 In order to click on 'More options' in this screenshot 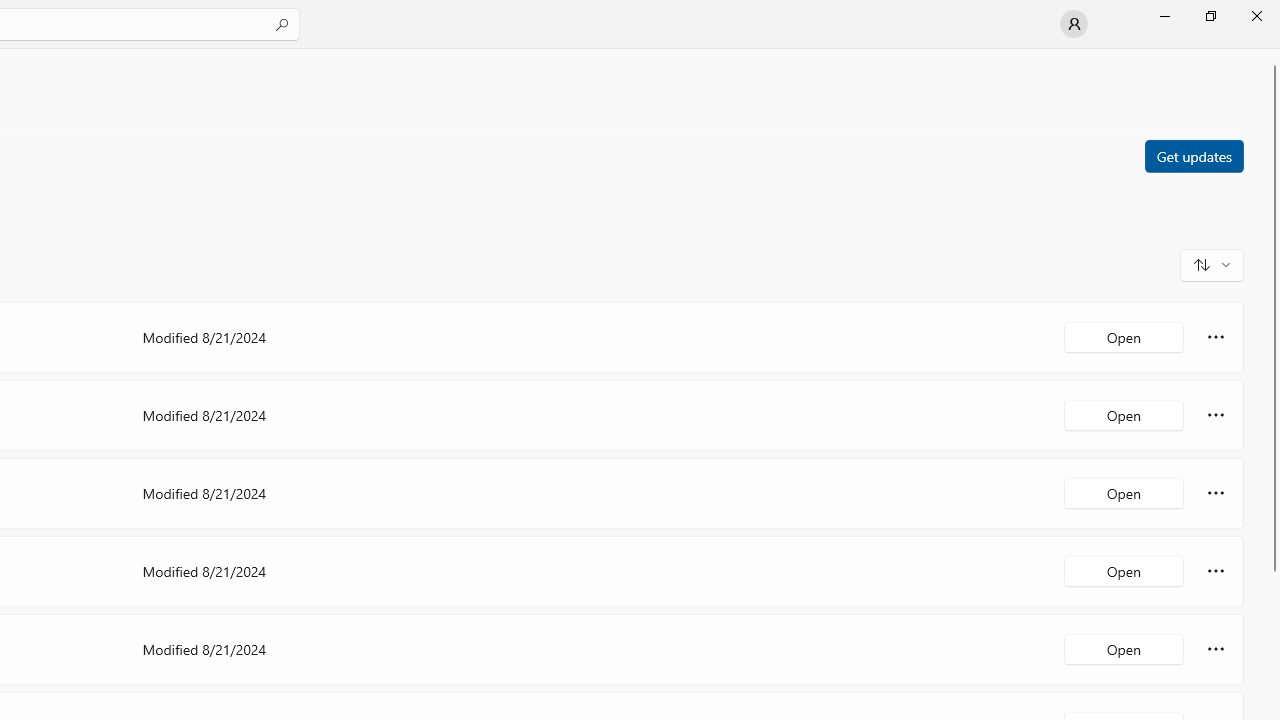, I will do `click(1215, 649)`.